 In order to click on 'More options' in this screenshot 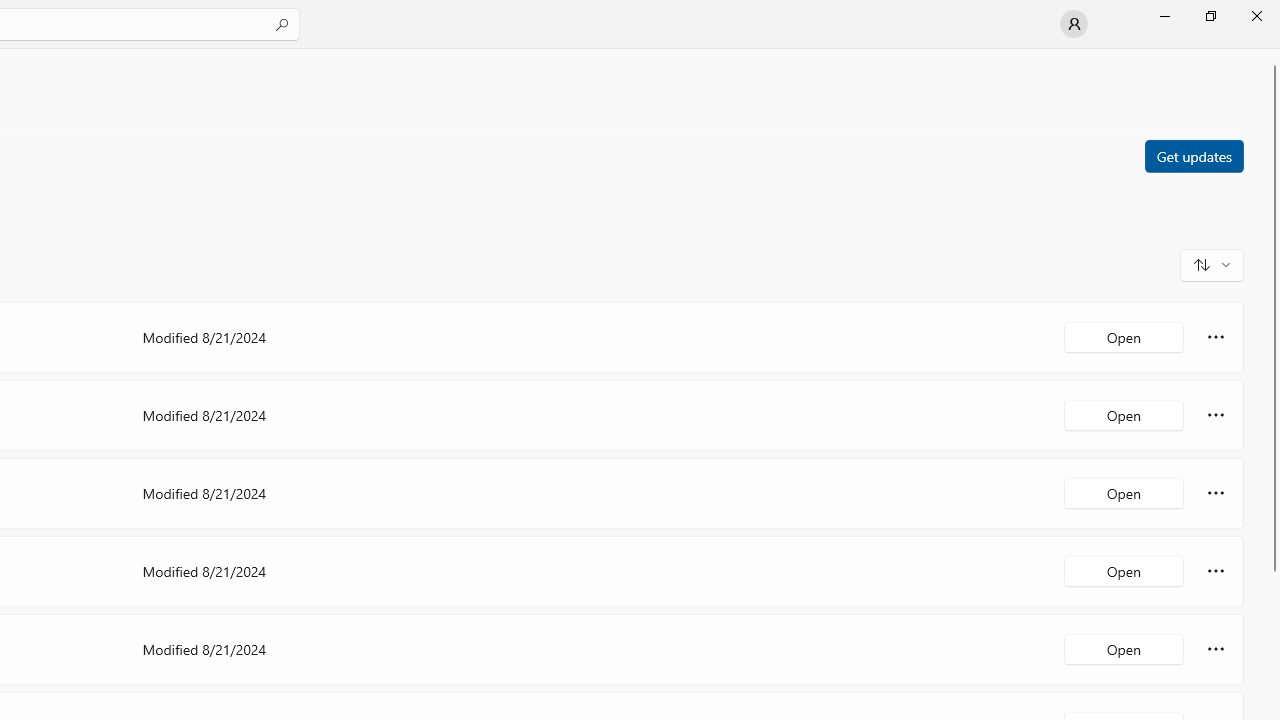, I will do `click(1215, 649)`.